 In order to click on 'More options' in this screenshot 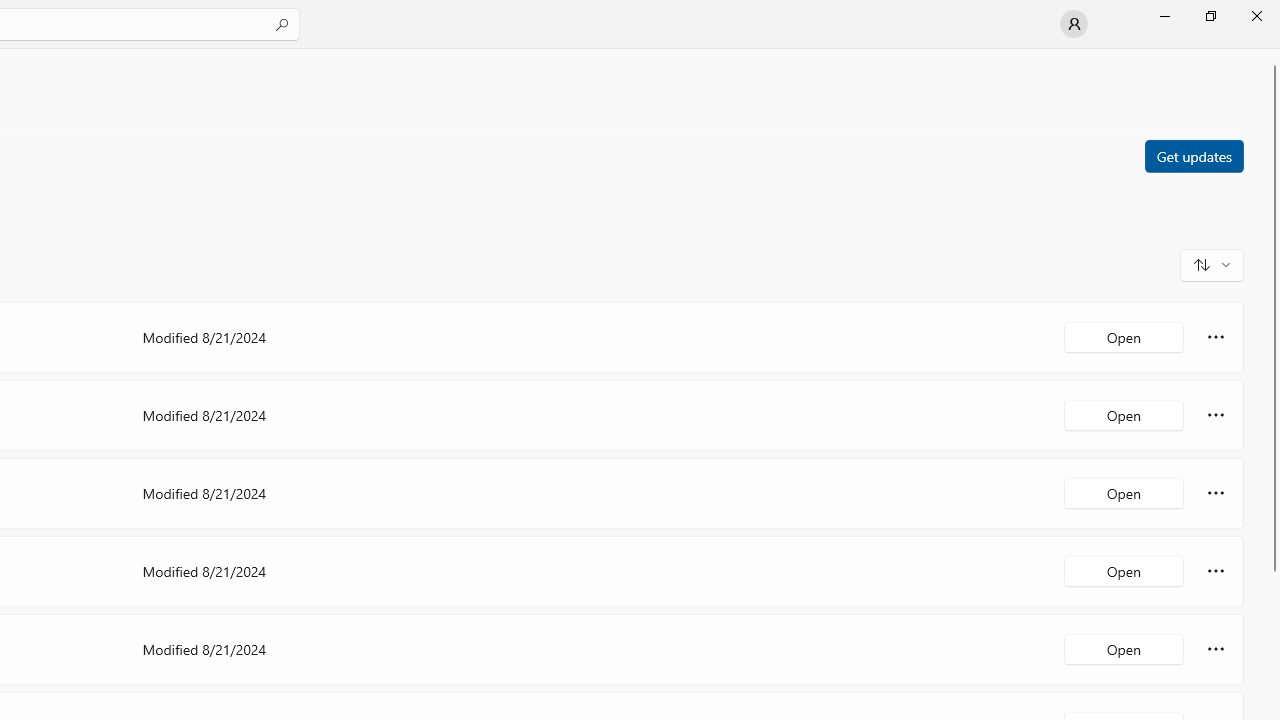, I will do `click(1215, 649)`.